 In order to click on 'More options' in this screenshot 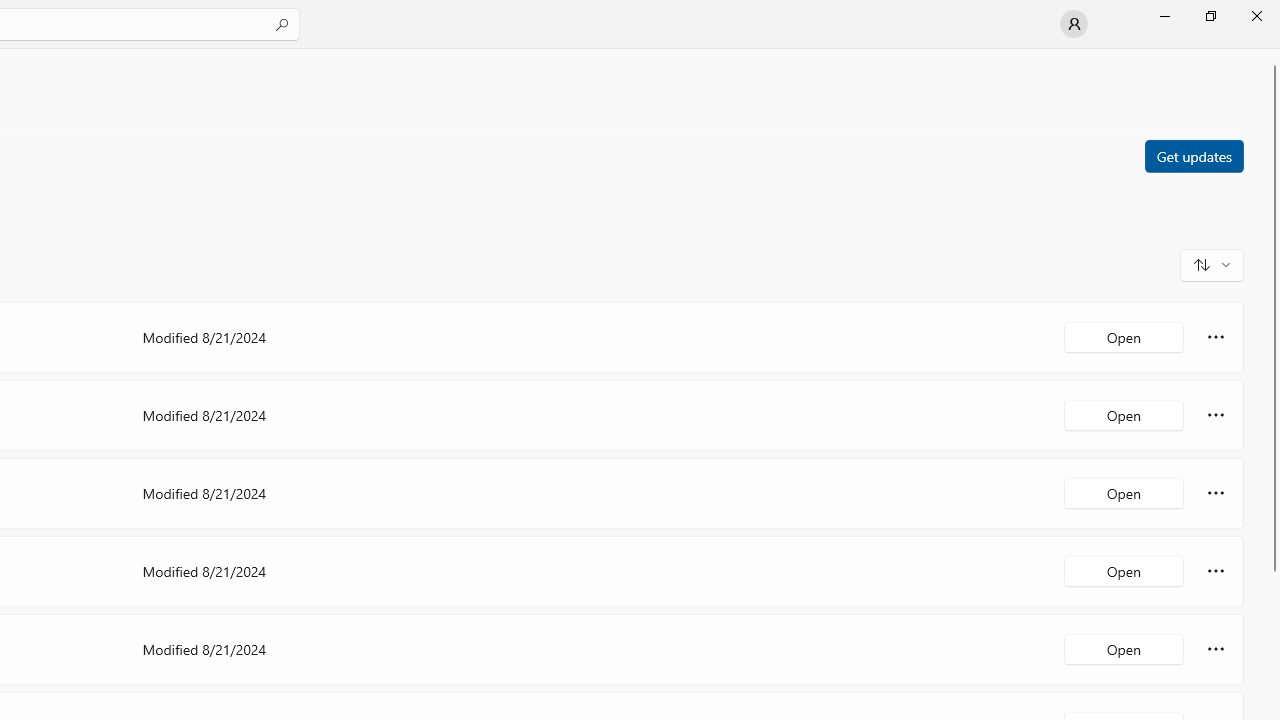, I will do `click(1215, 649)`.